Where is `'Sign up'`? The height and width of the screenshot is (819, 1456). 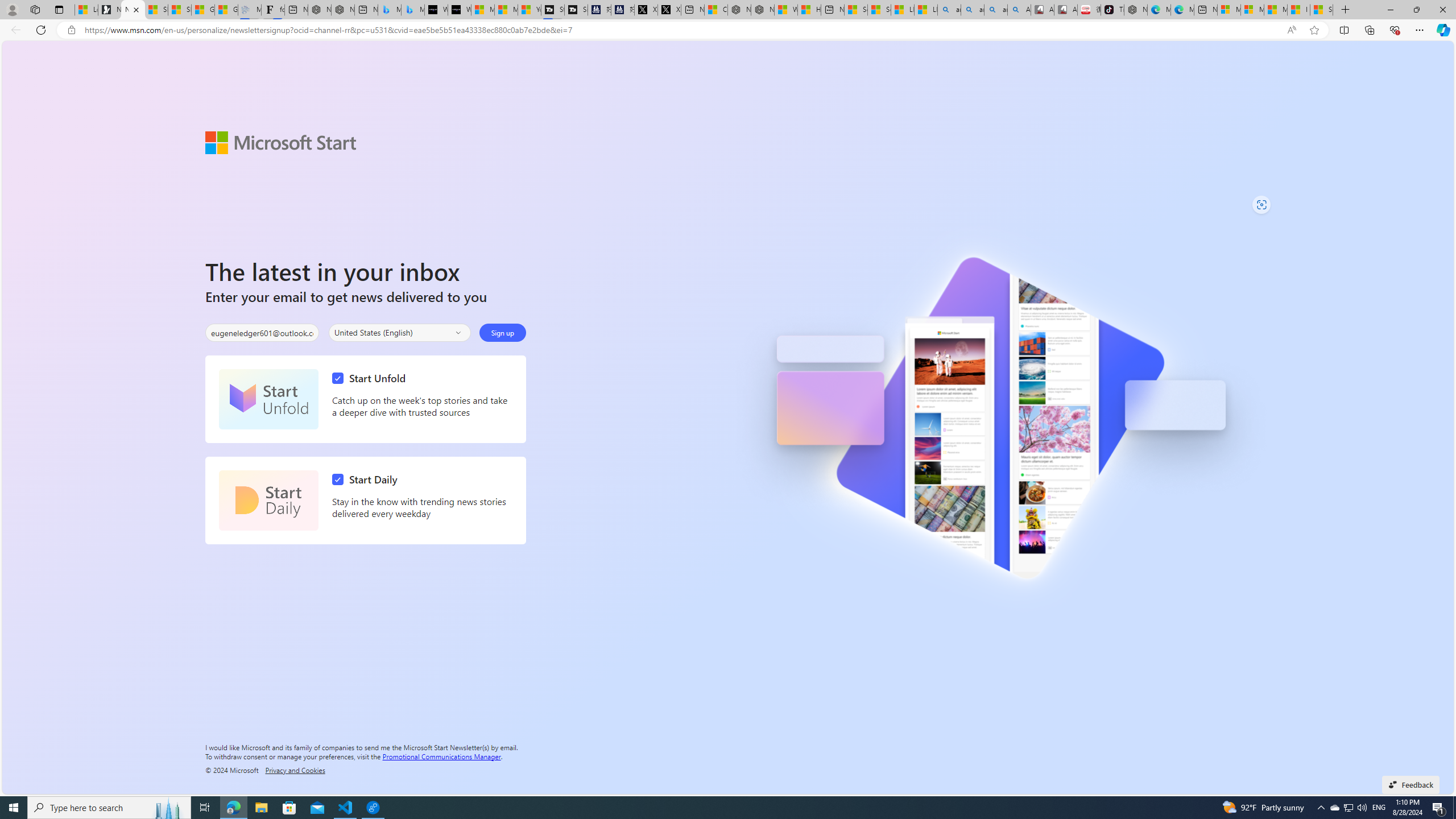
'Sign up' is located at coordinates (502, 333).